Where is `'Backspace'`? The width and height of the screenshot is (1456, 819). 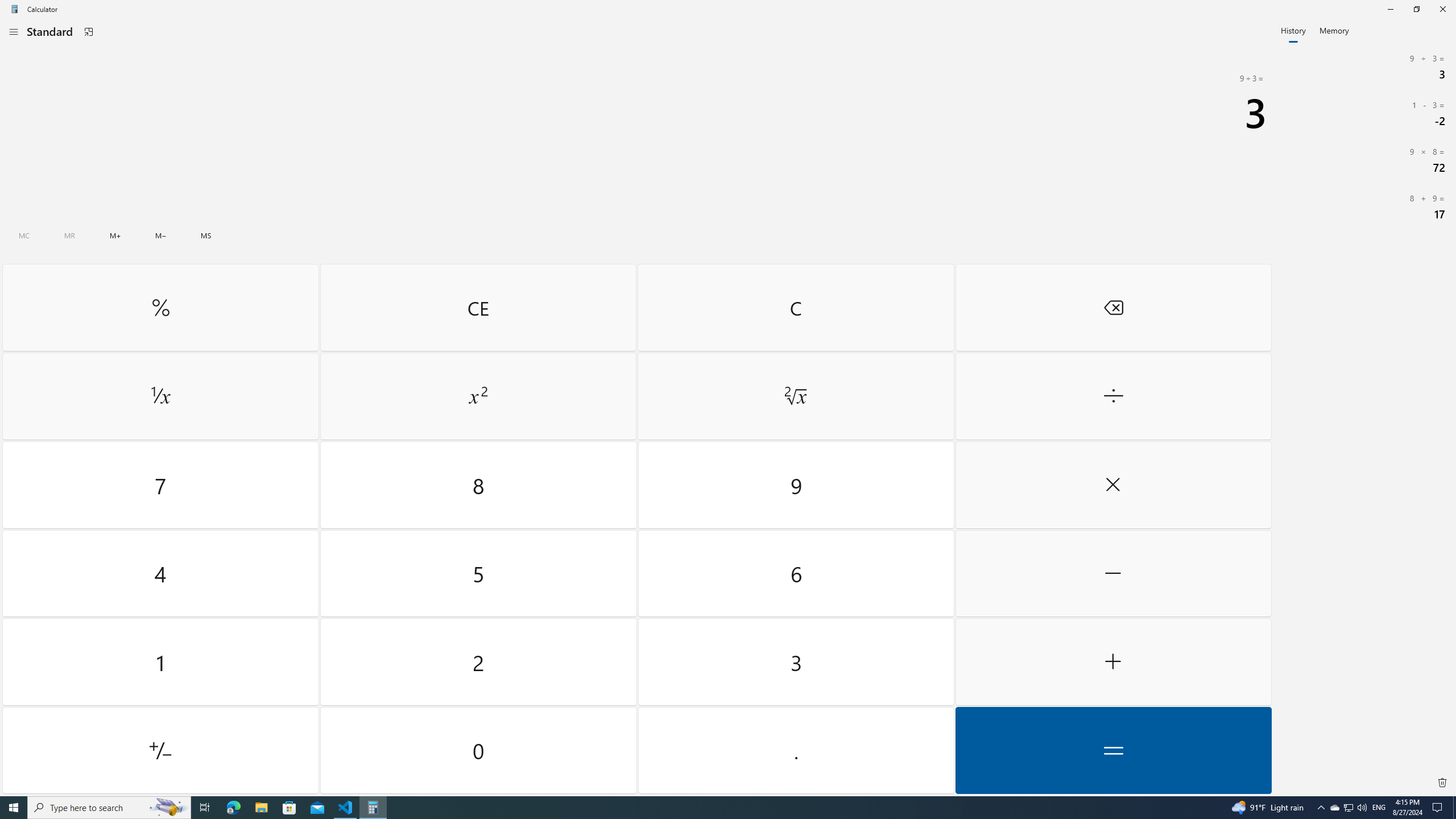 'Backspace' is located at coordinates (1112, 307).